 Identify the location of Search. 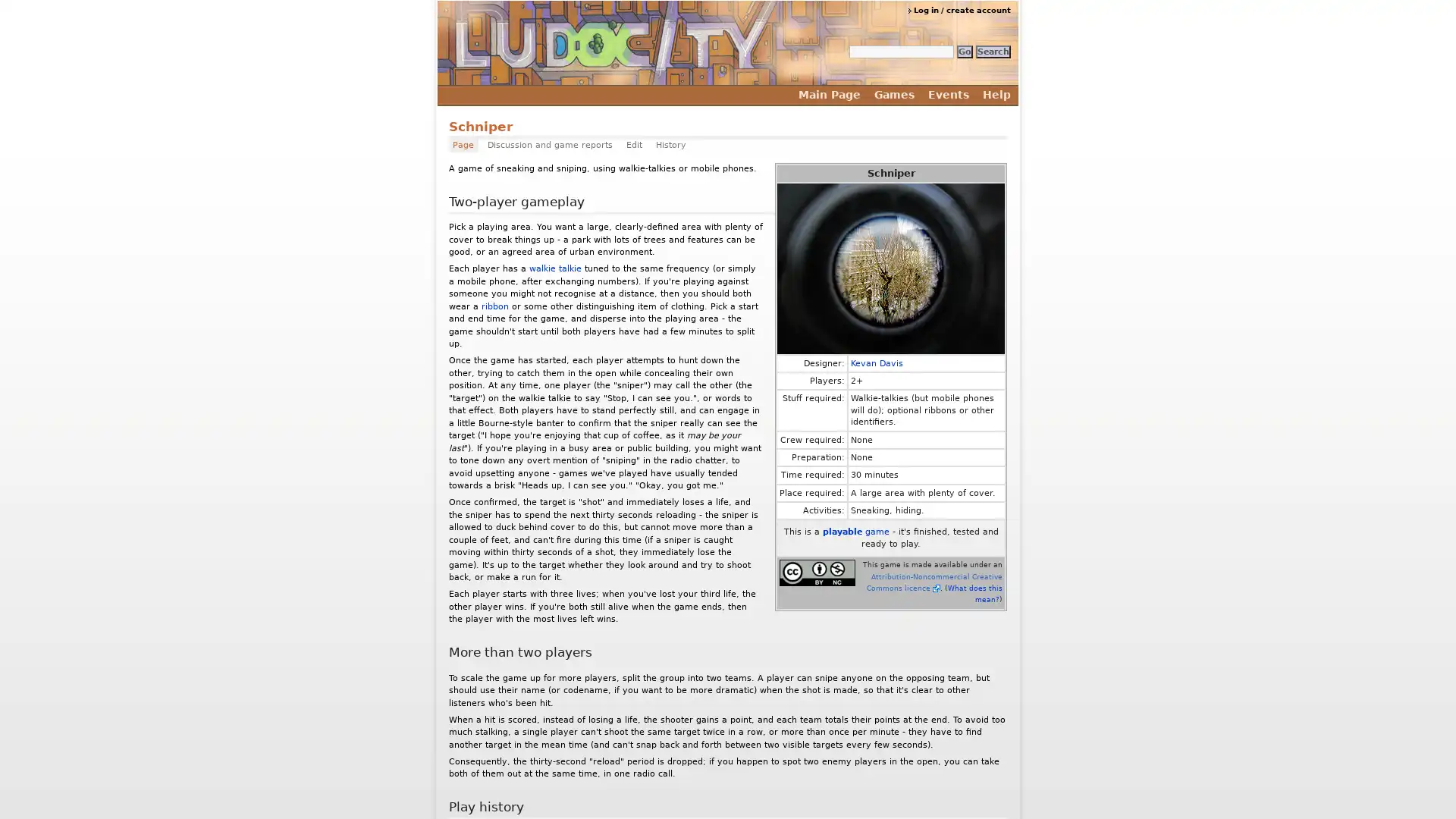
(993, 51).